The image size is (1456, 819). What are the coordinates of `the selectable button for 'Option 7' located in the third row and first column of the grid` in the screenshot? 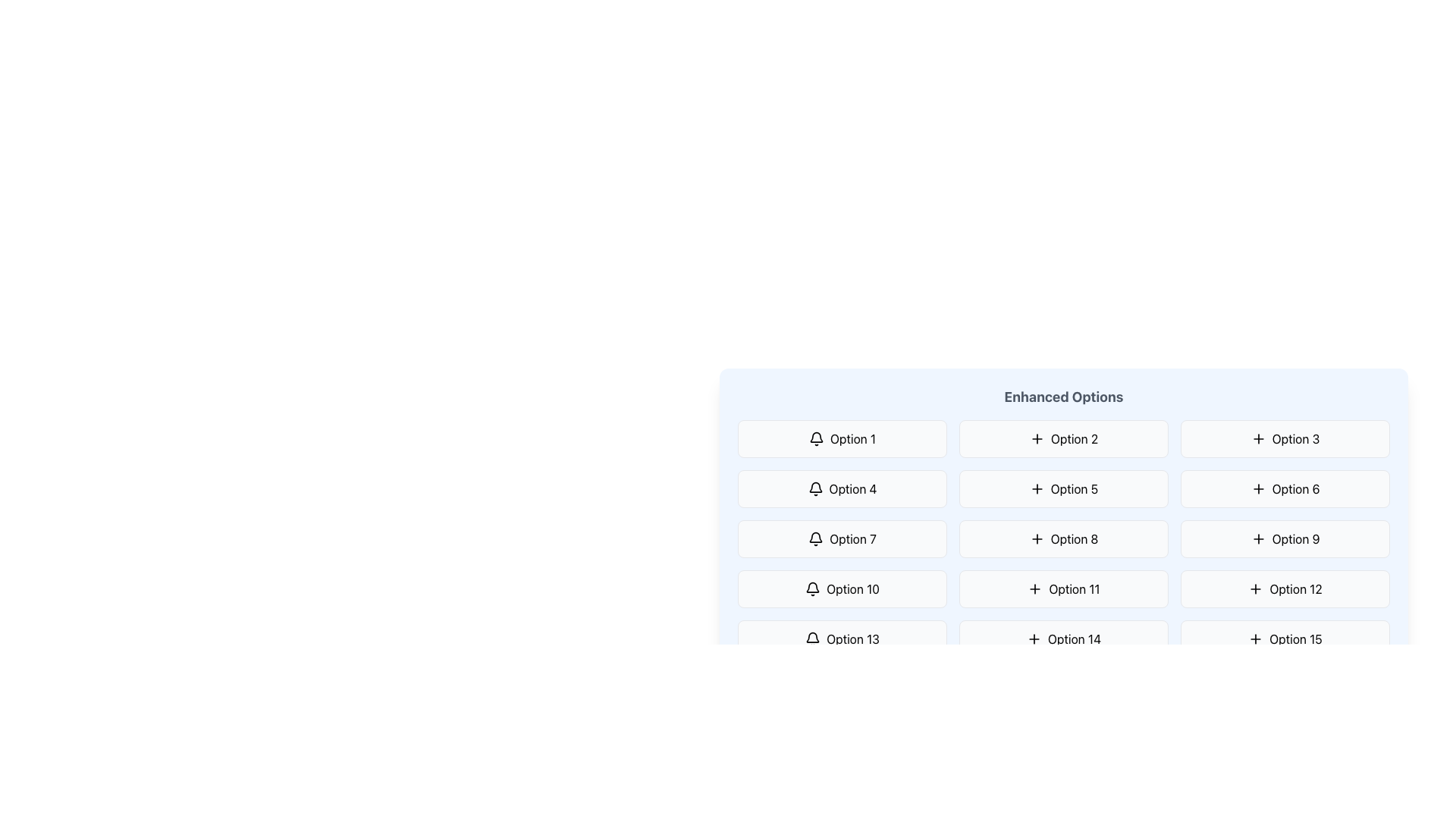 It's located at (841, 538).